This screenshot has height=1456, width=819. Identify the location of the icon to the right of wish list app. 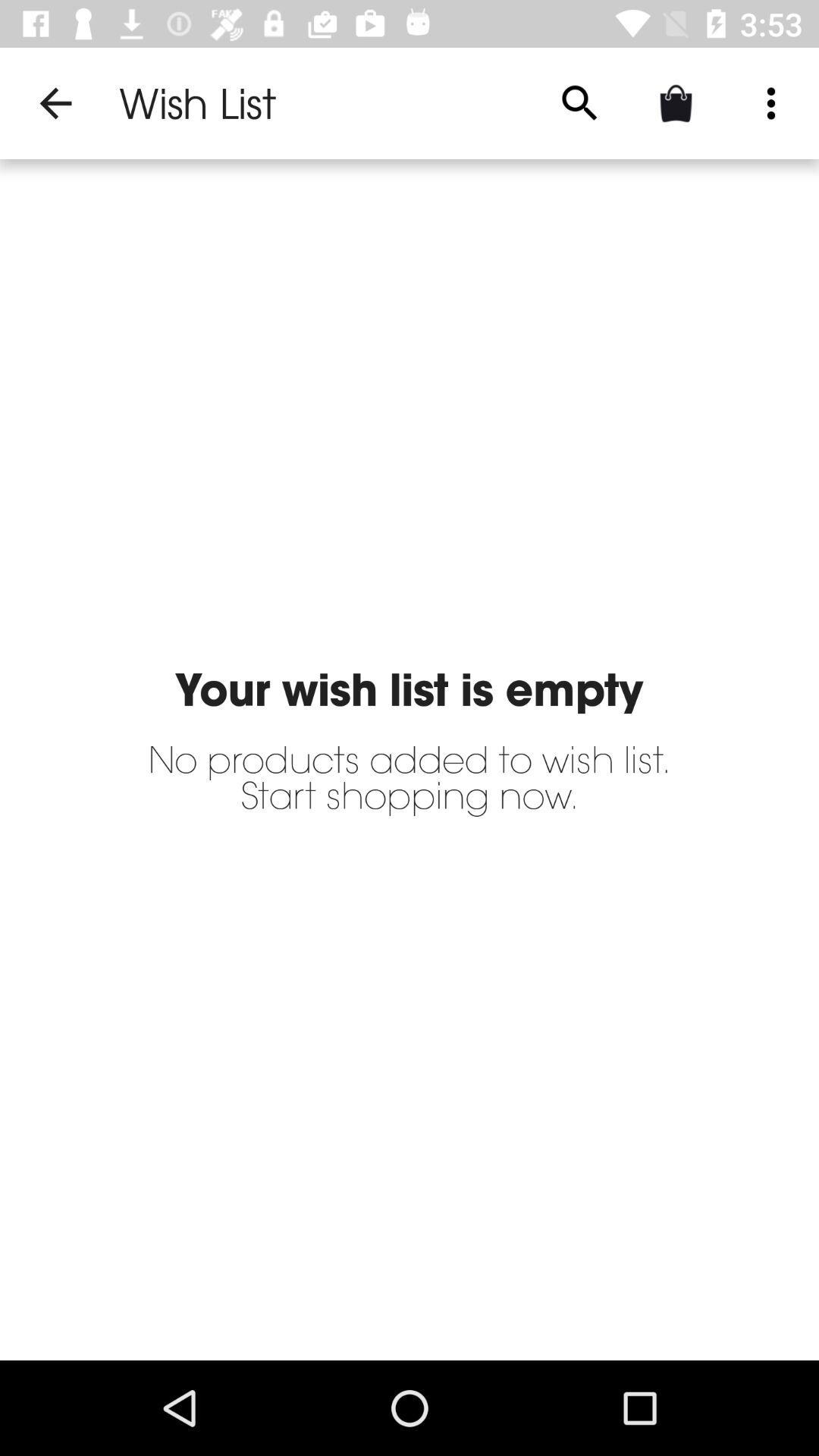
(579, 102).